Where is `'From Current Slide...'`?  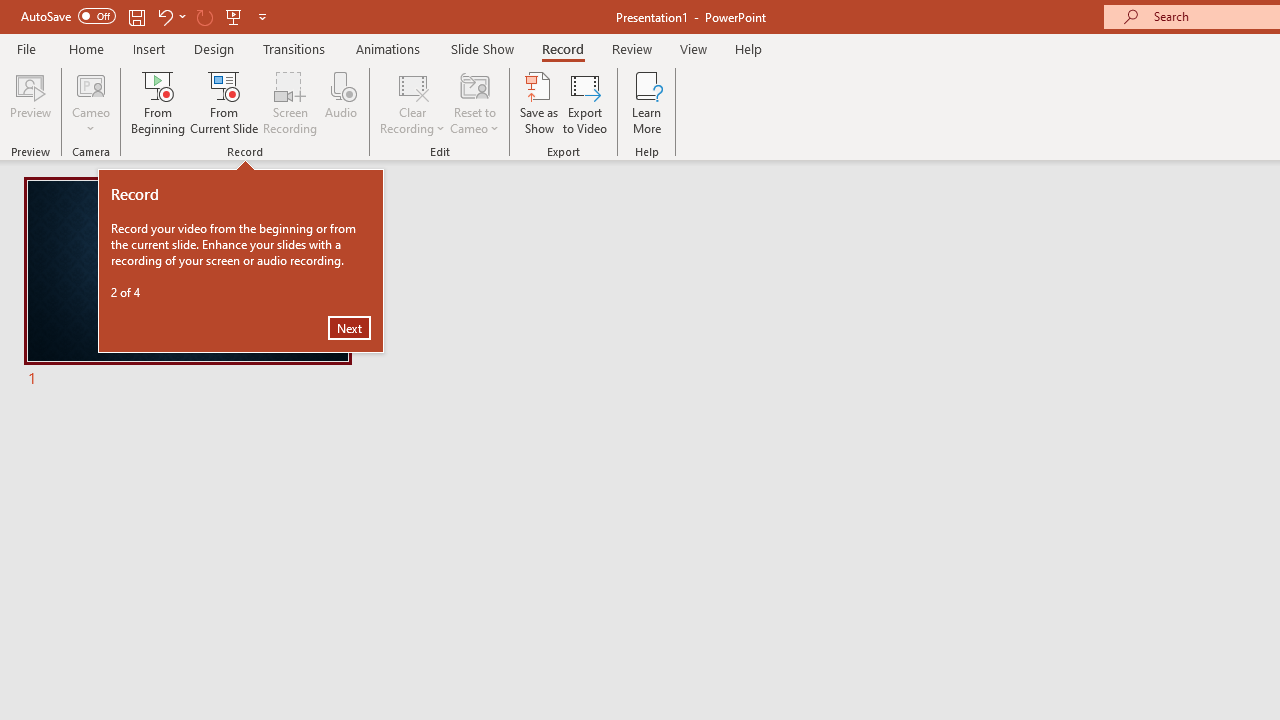
'From Current Slide...' is located at coordinates (224, 103).